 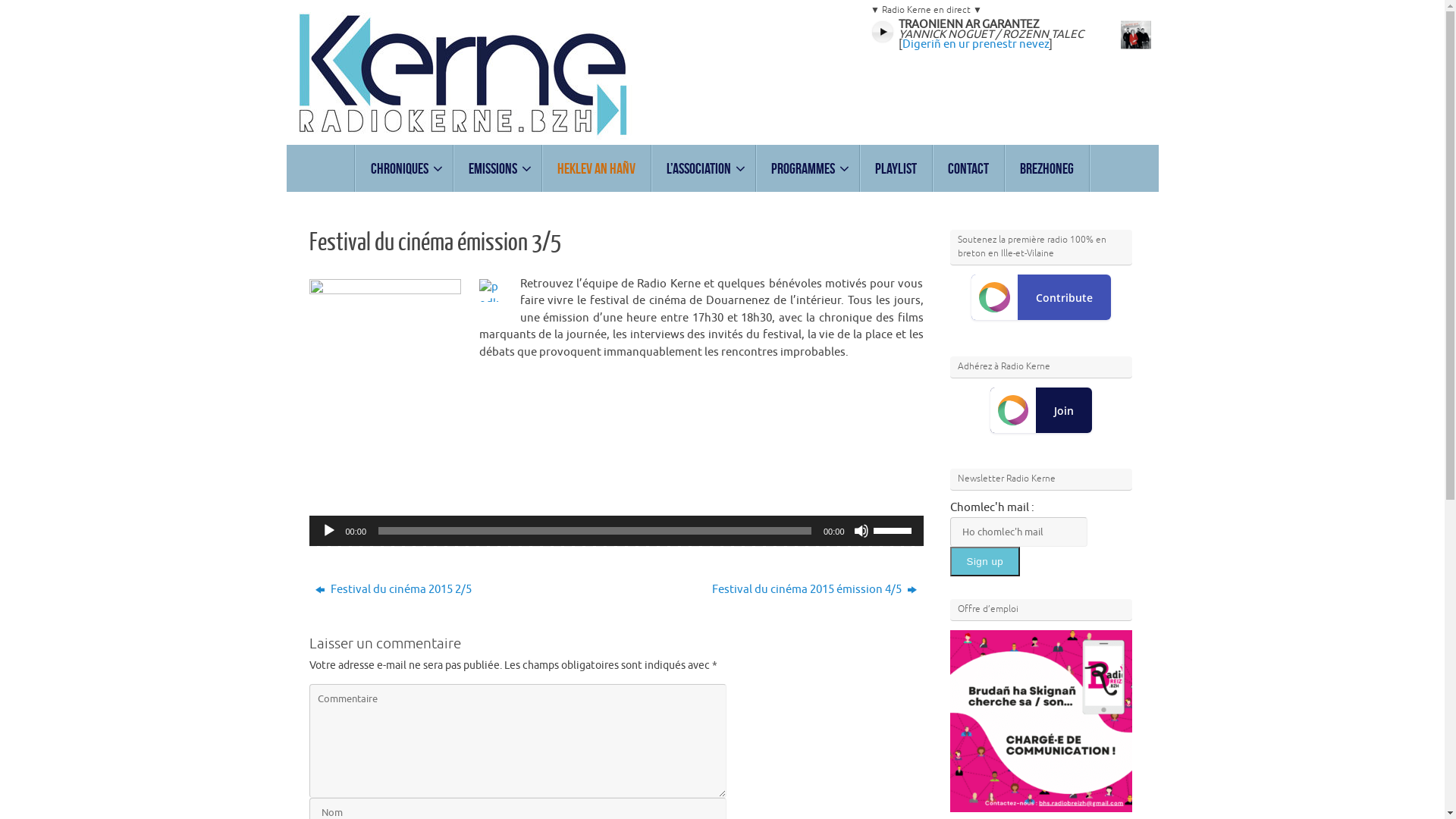 What do you see at coordinates (497, 168) in the screenshot?
I see `'Emissions'` at bounding box center [497, 168].